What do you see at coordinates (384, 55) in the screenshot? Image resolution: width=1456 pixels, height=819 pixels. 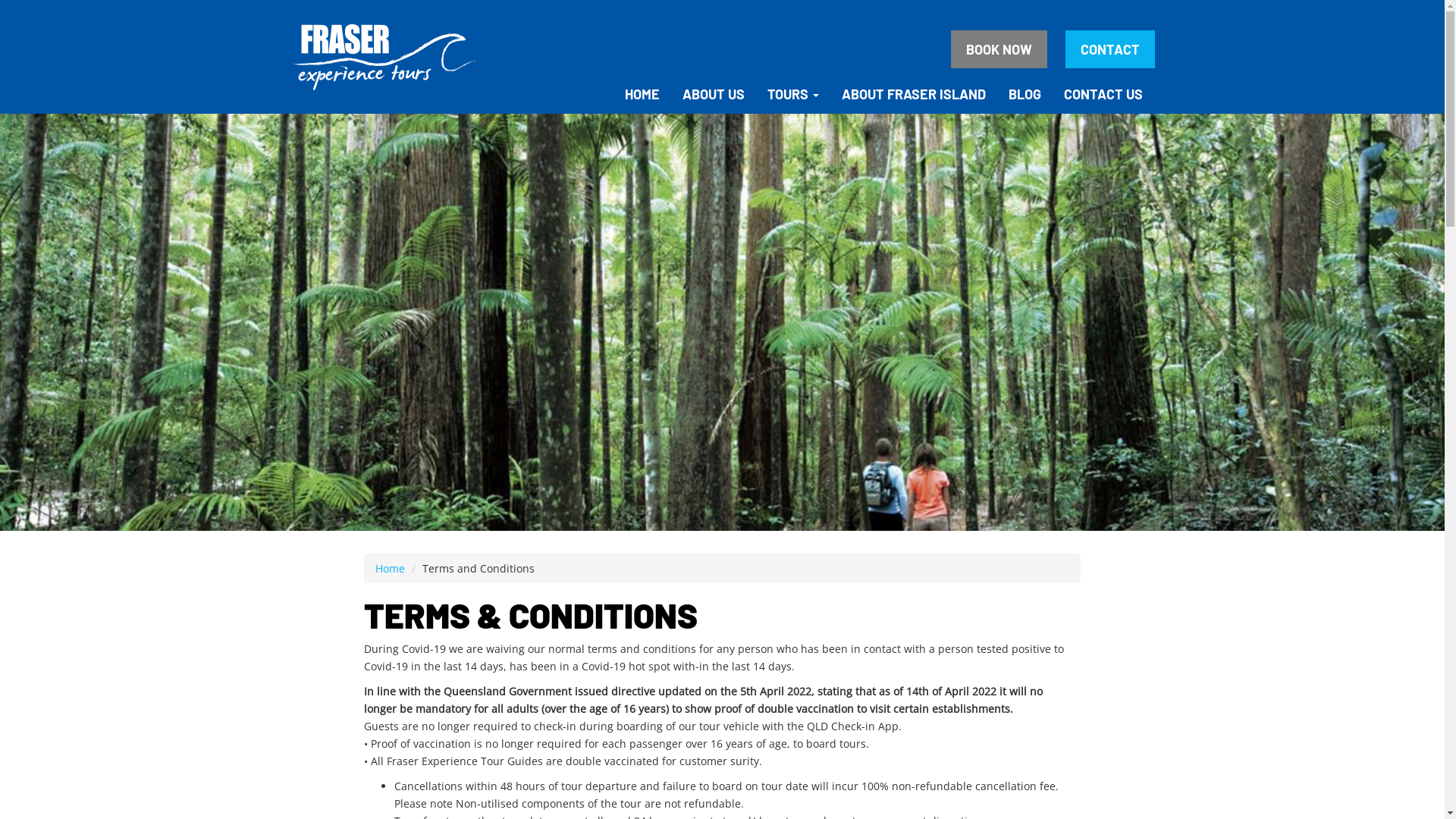 I see `'Fraser Experience Tours  Logo'` at bounding box center [384, 55].